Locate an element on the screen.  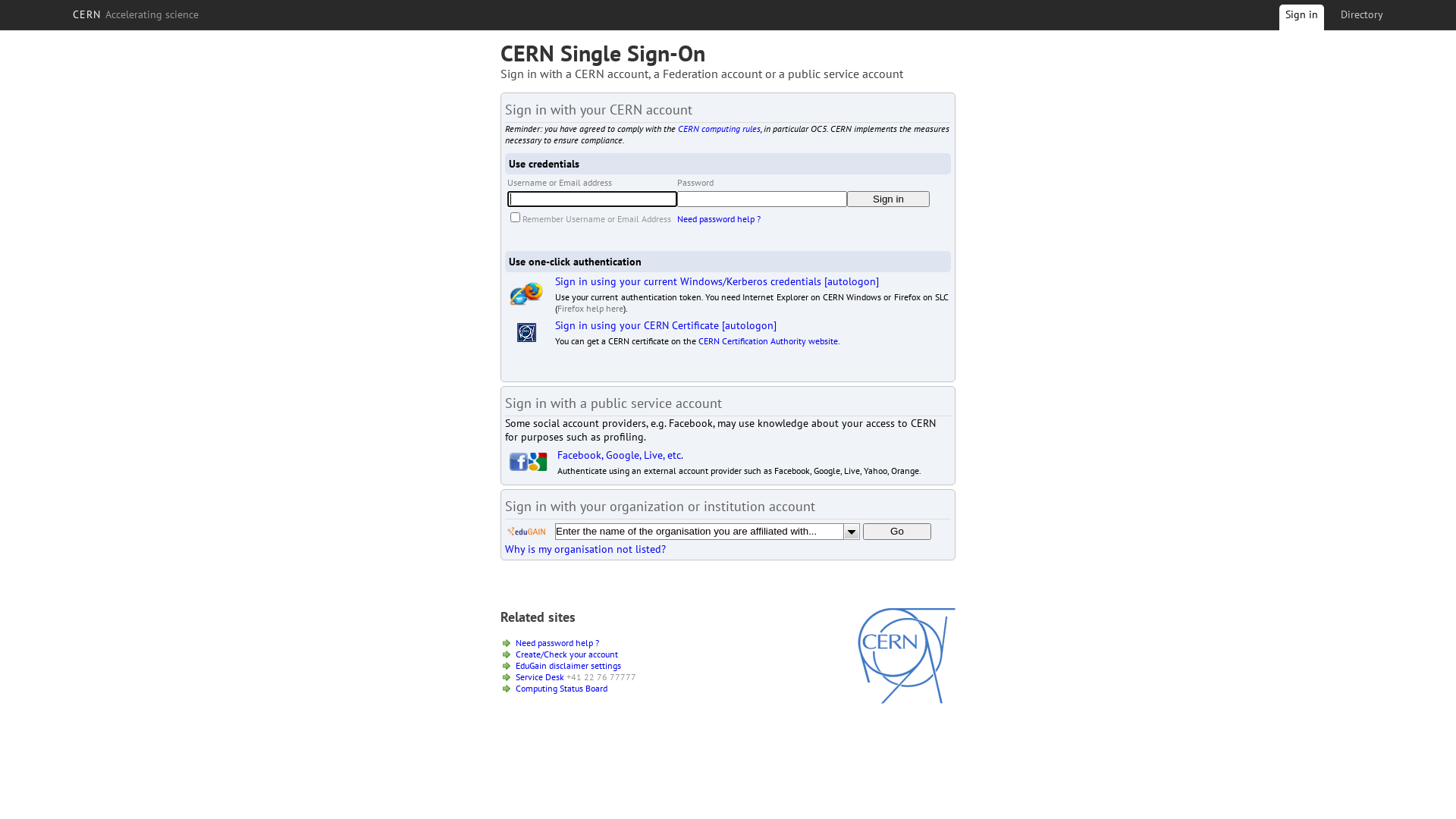
'Firefox help here' is located at coordinates (589, 307).